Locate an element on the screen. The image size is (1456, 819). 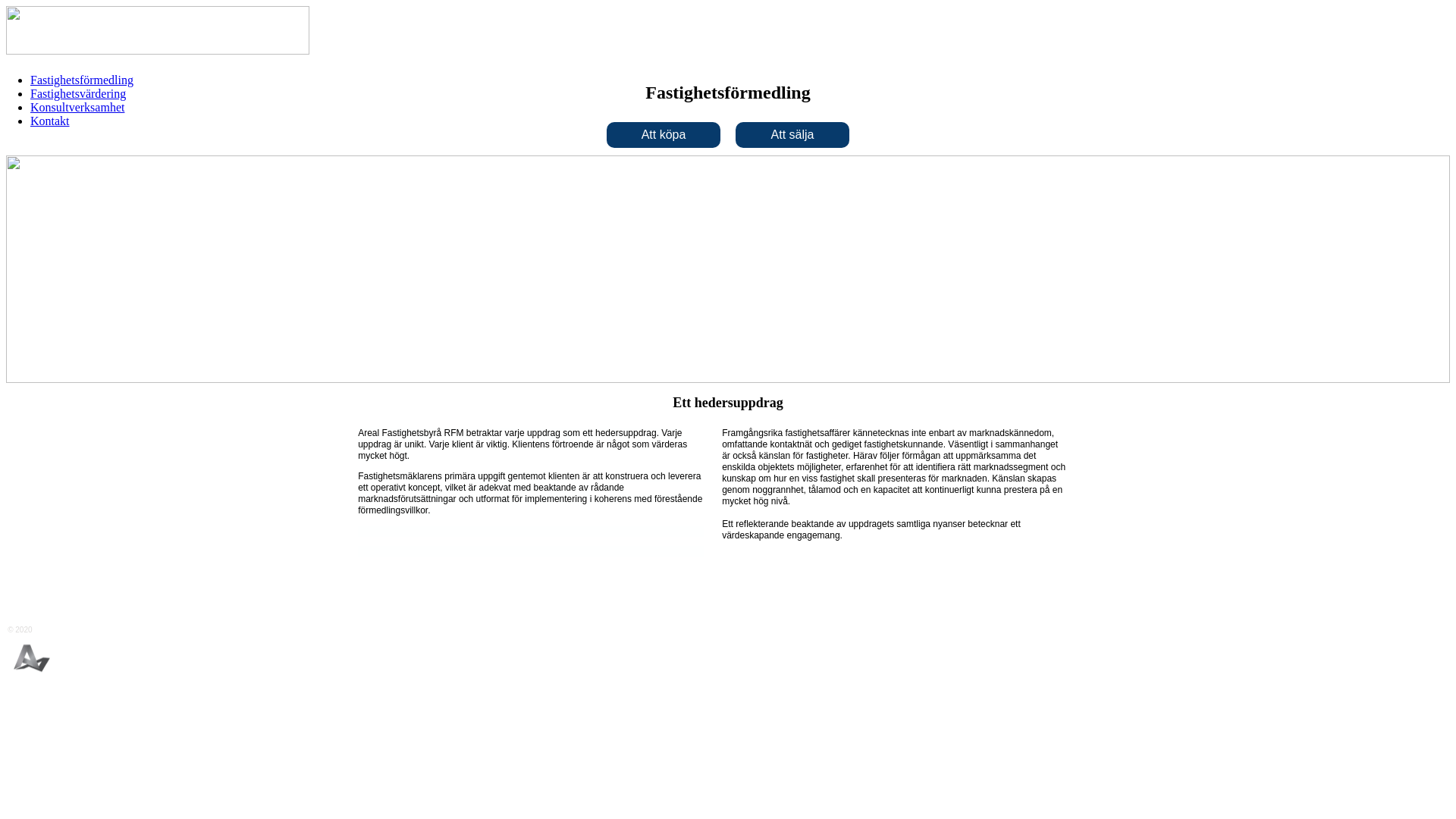
'Konsultverksamhet' is located at coordinates (76, 106).